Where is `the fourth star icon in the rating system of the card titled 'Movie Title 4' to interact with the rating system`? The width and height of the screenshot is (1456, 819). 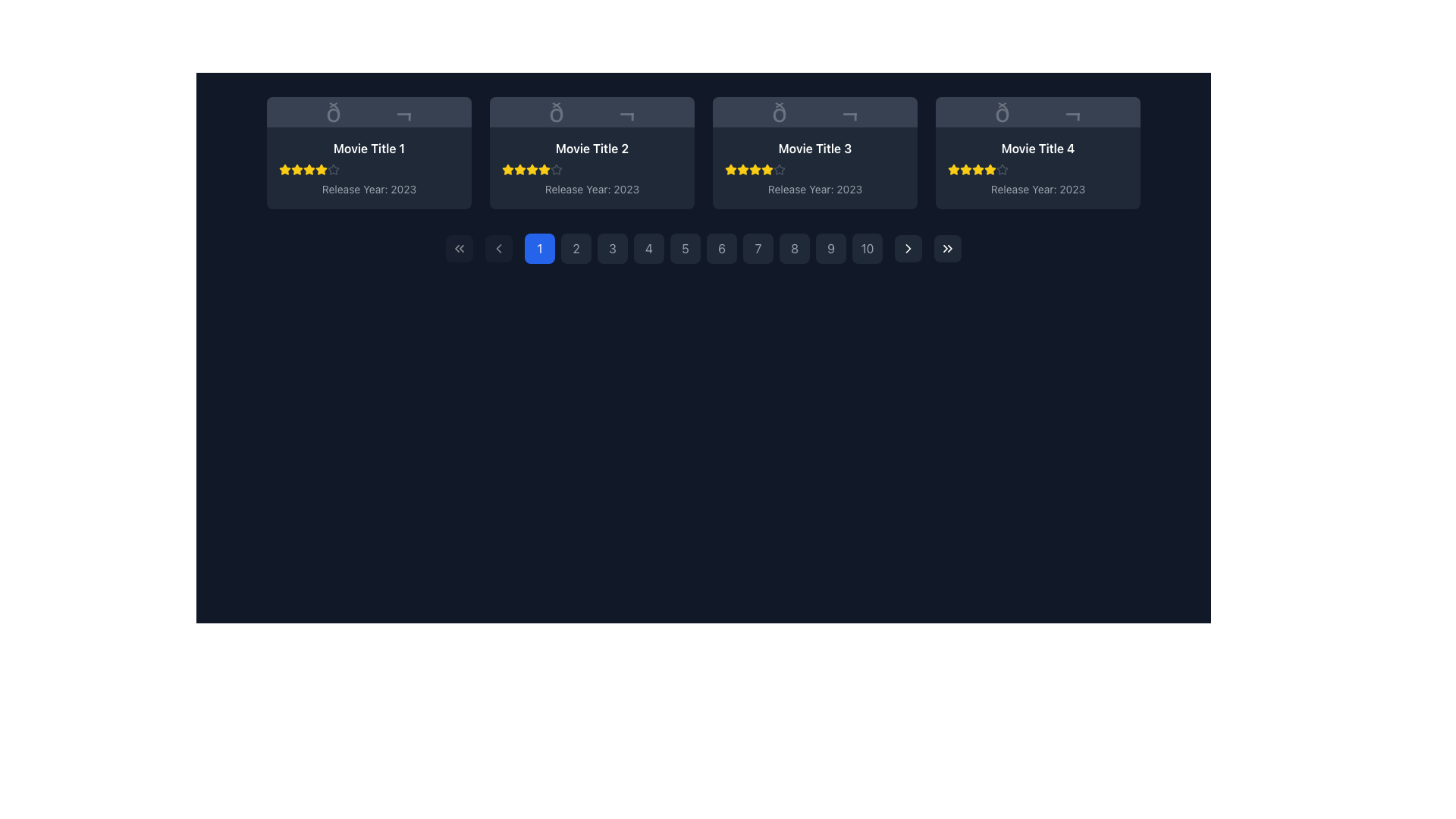
the fourth star icon in the rating system of the card titled 'Movie Title 4' to interact with the rating system is located at coordinates (977, 169).